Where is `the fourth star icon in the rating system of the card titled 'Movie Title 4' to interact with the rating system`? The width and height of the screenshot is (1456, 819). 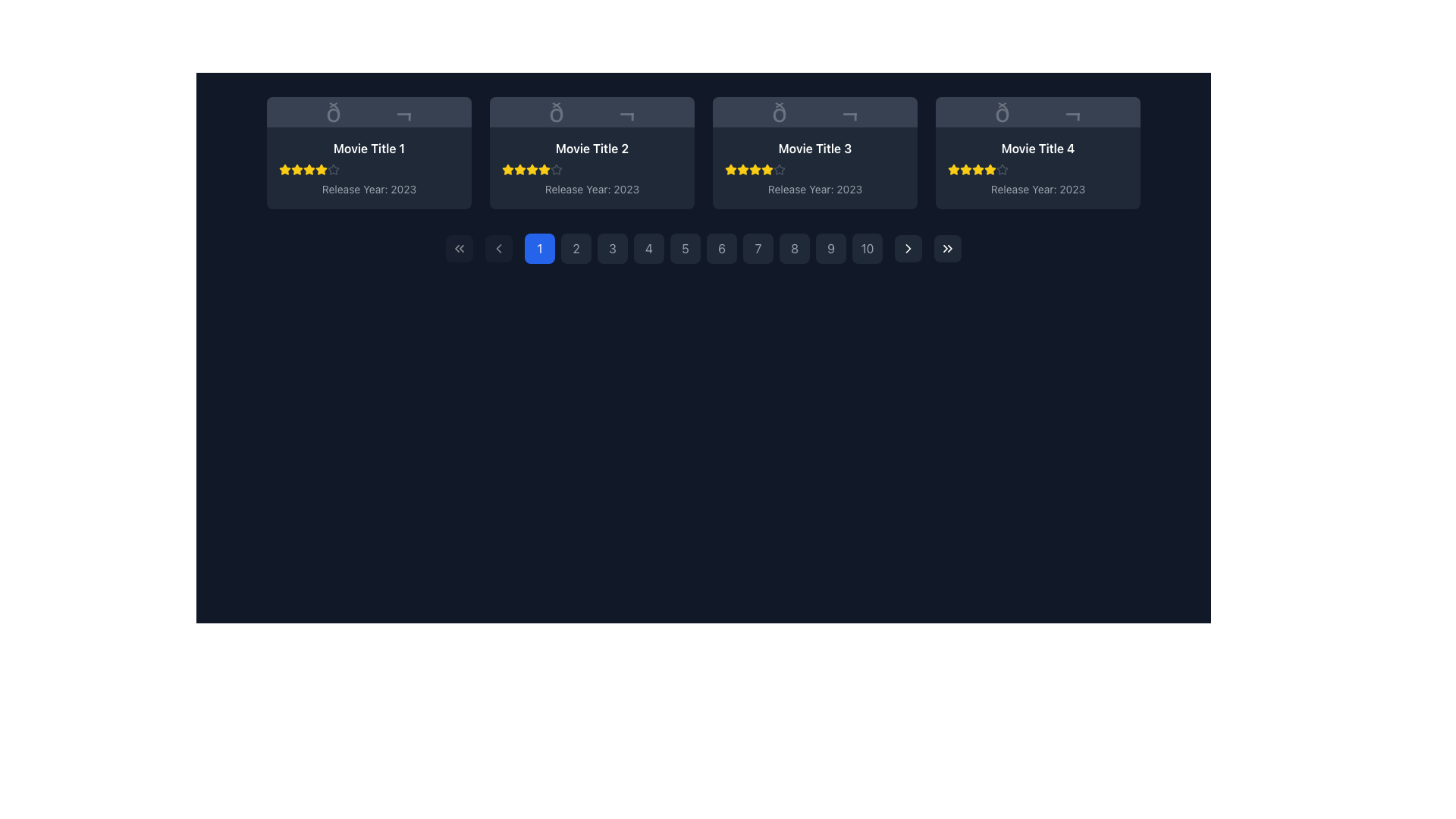
the fourth star icon in the rating system of the card titled 'Movie Title 4' to interact with the rating system is located at coordinates (977, 169).